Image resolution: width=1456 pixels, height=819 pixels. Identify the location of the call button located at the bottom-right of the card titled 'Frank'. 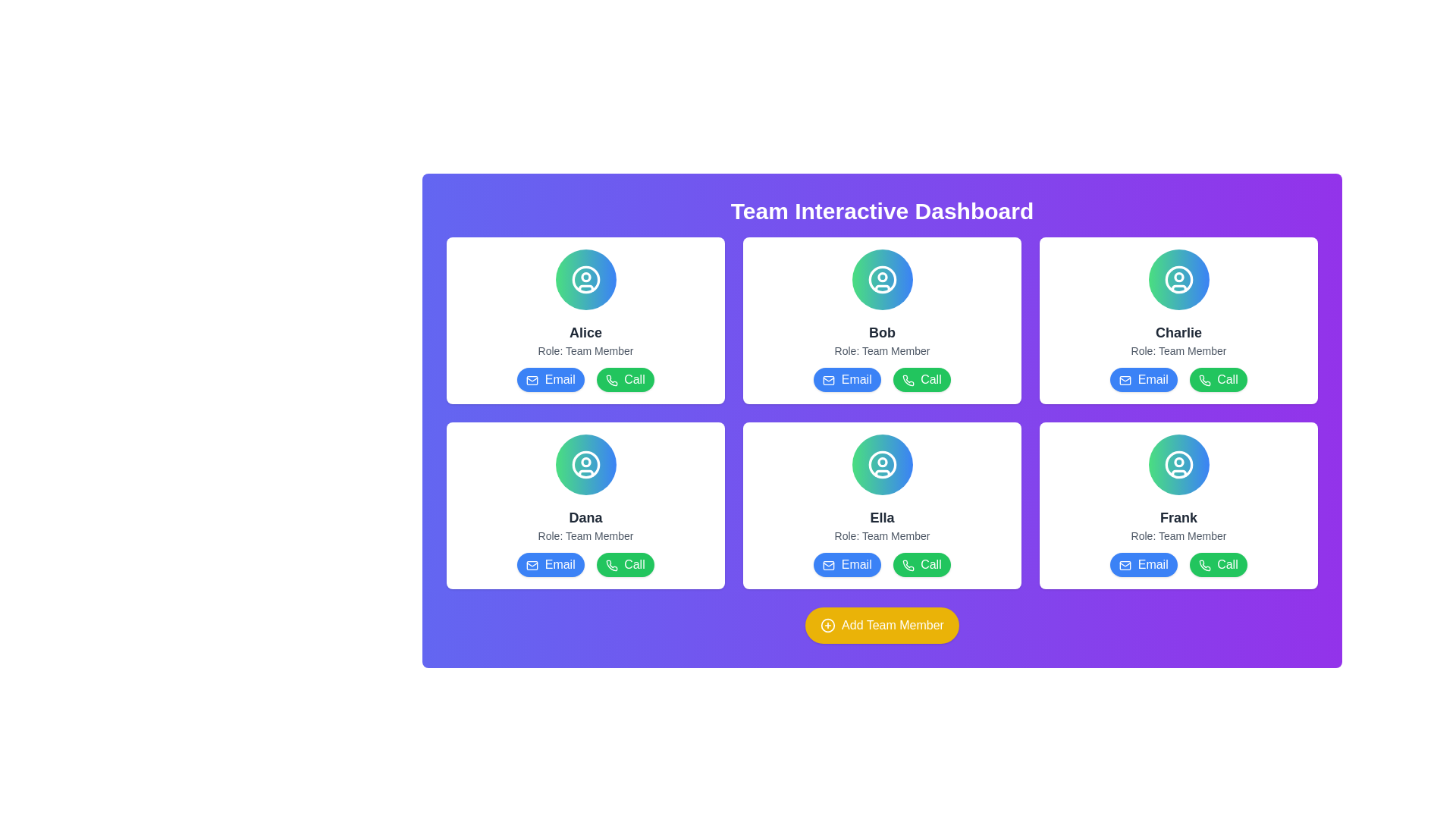
(1203, 565).